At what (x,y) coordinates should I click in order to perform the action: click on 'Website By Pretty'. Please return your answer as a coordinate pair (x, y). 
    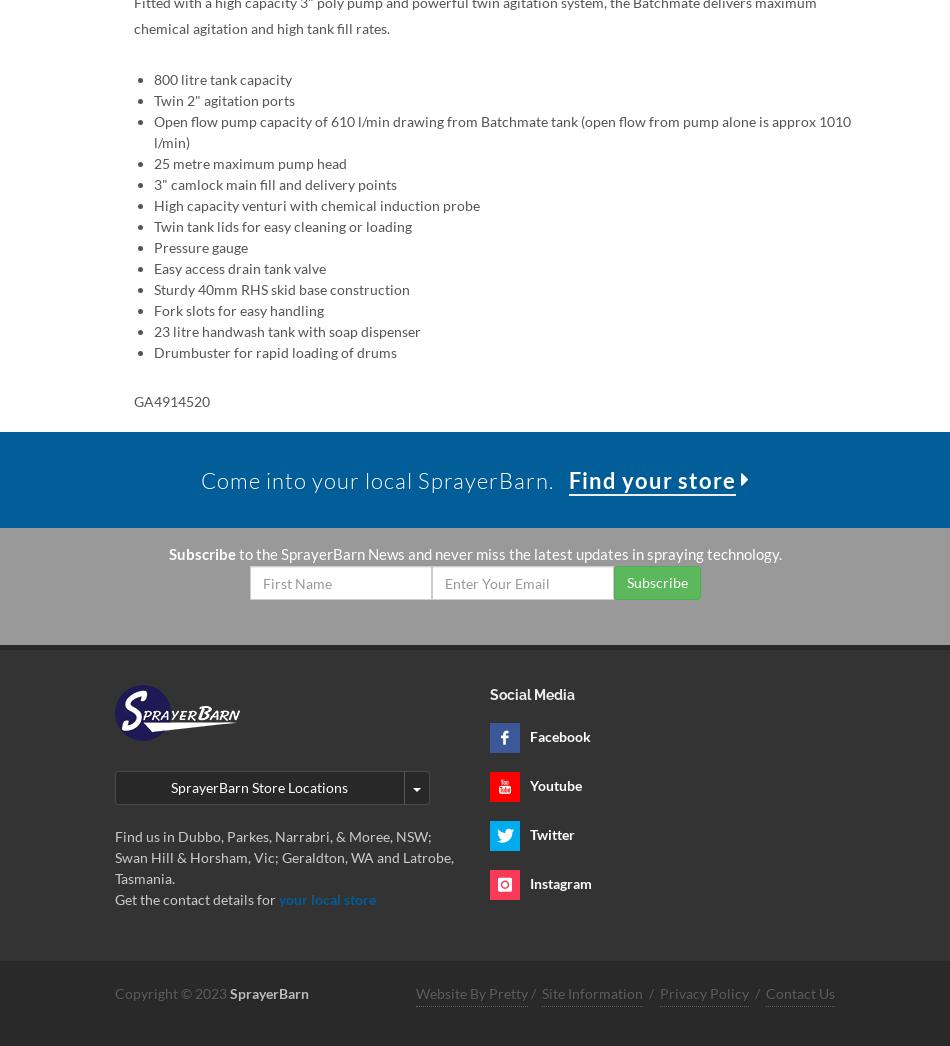
    Looking at the image, I should click on (413, 992).